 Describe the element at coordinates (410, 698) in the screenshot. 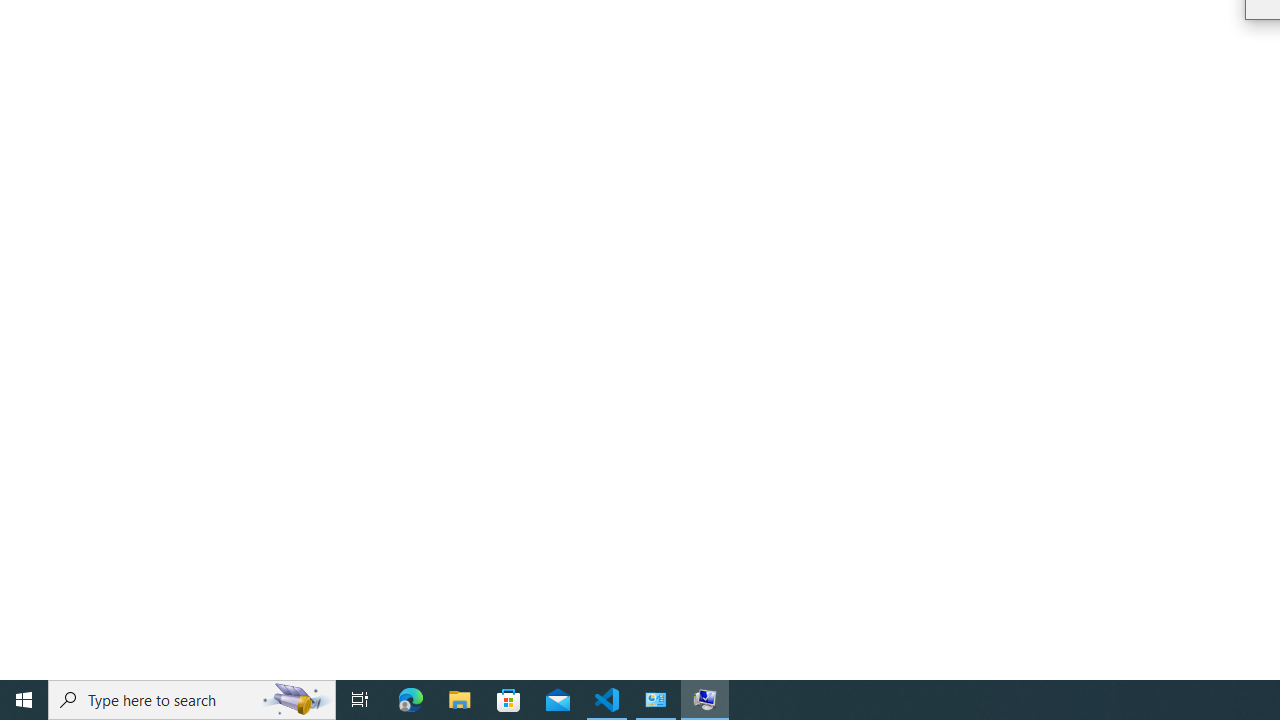

I see `'Microsoft Edge'` at that location.